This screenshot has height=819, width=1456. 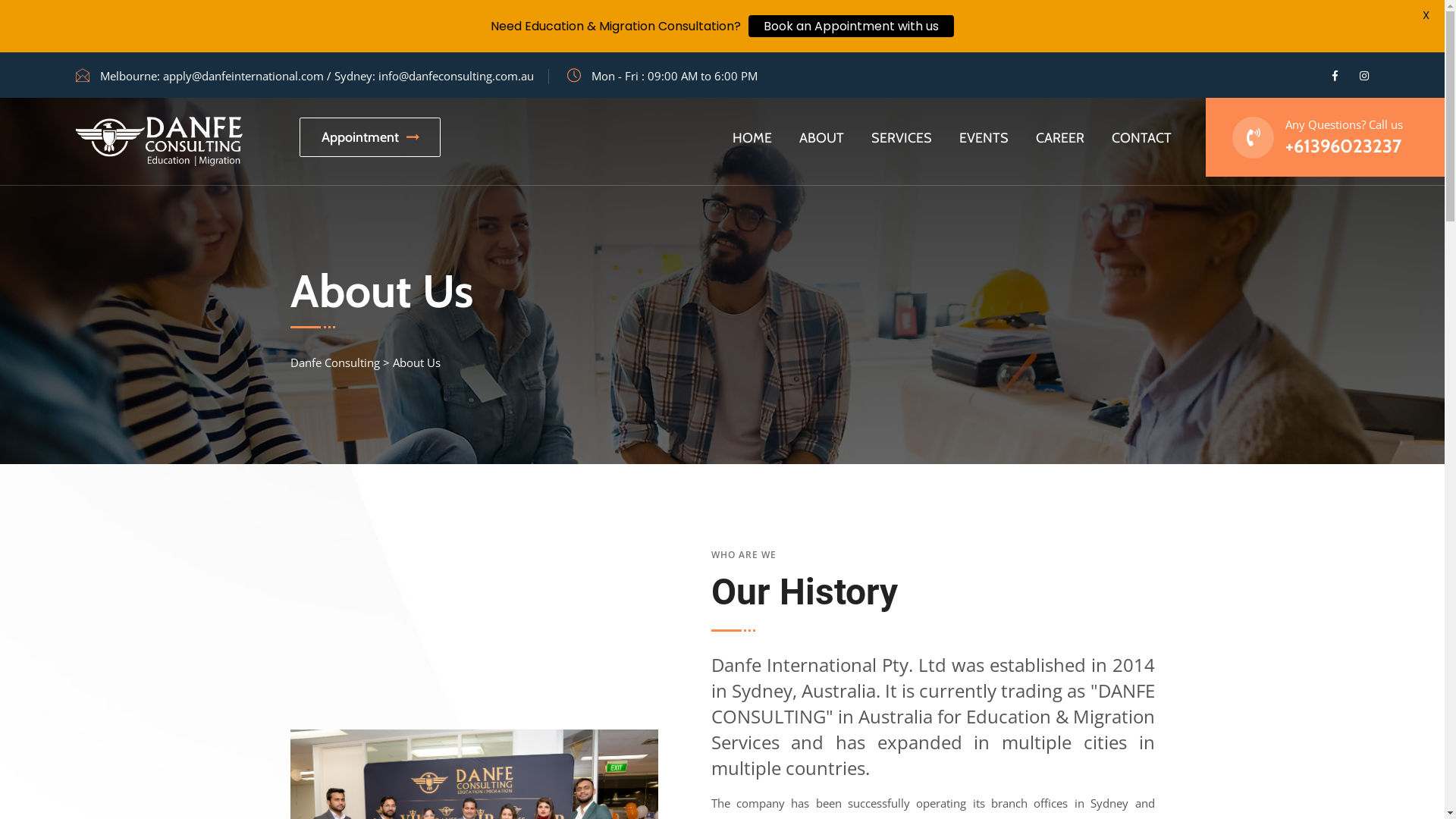 I want to click on 'CONTACT', so click(x=1141, y=137).